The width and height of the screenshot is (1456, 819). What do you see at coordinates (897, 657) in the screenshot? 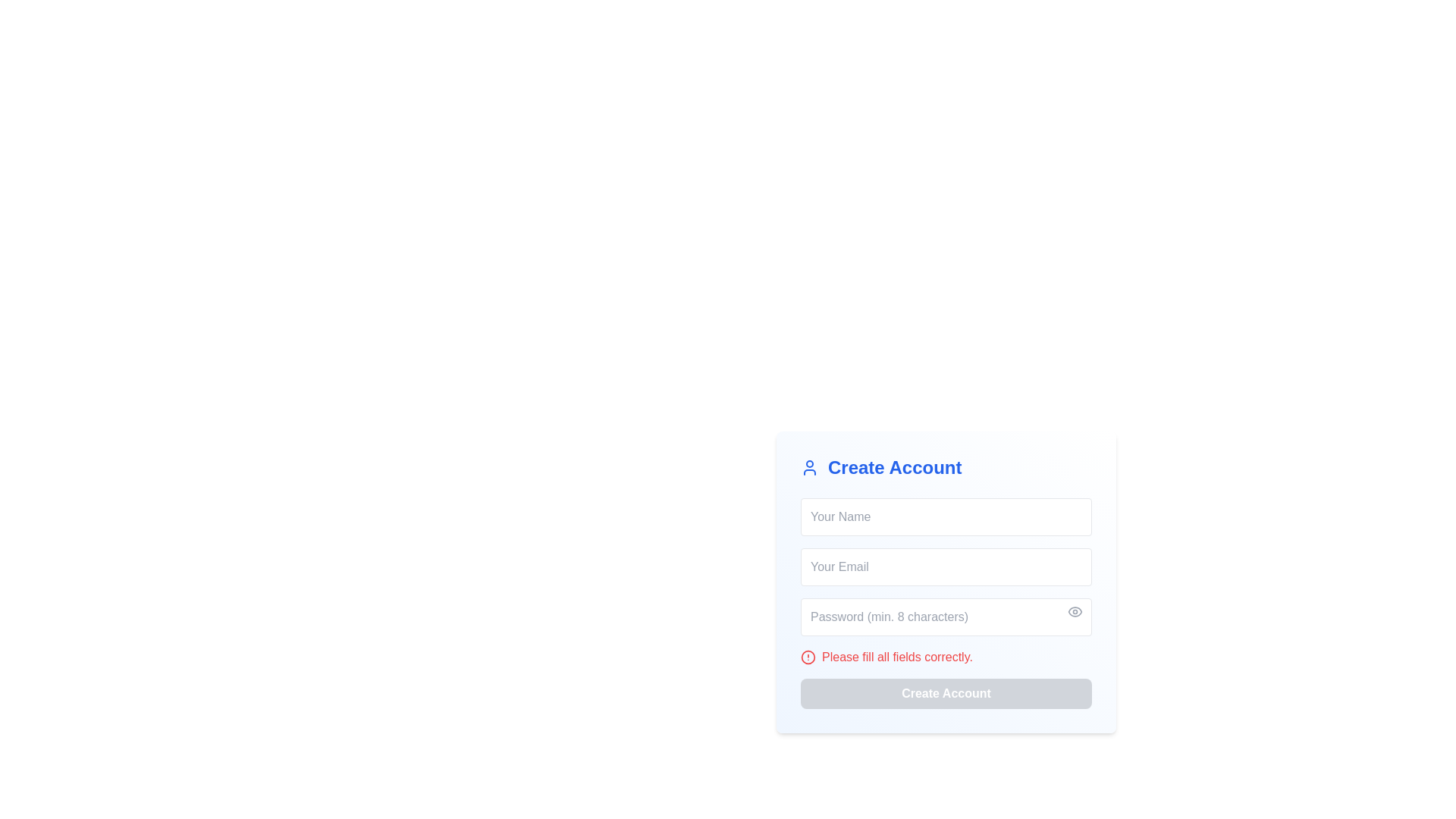
I see `message from the static red text label that says 'Please fill all fields correctly.' positioned below the password input field in the registration form` at bounding box center [897, 657].